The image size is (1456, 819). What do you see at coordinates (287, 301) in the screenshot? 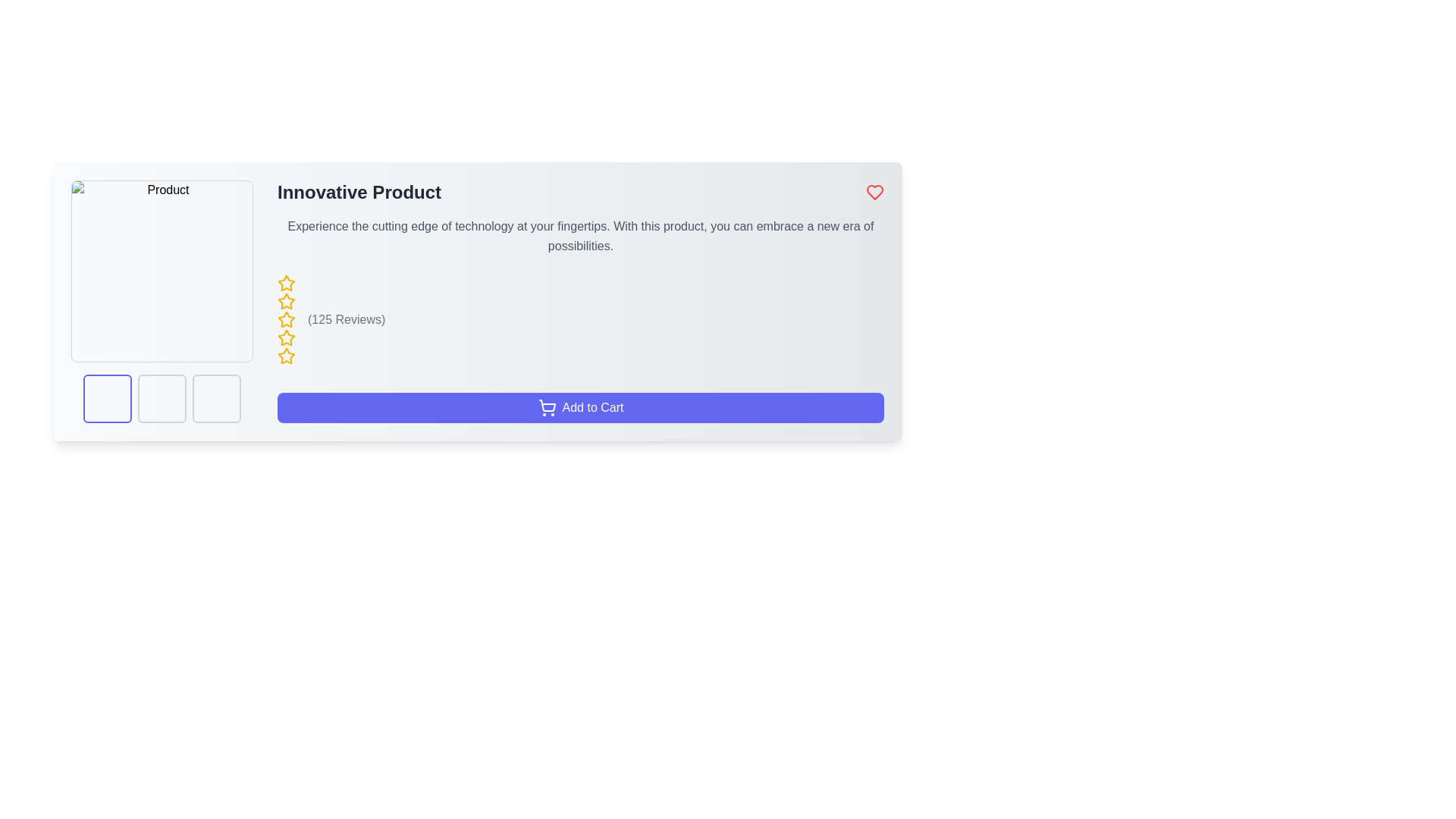
I see `the second yellow star icon in the rating system, located next to the text 'Innovative Product'` at bounding box center [287, 301].